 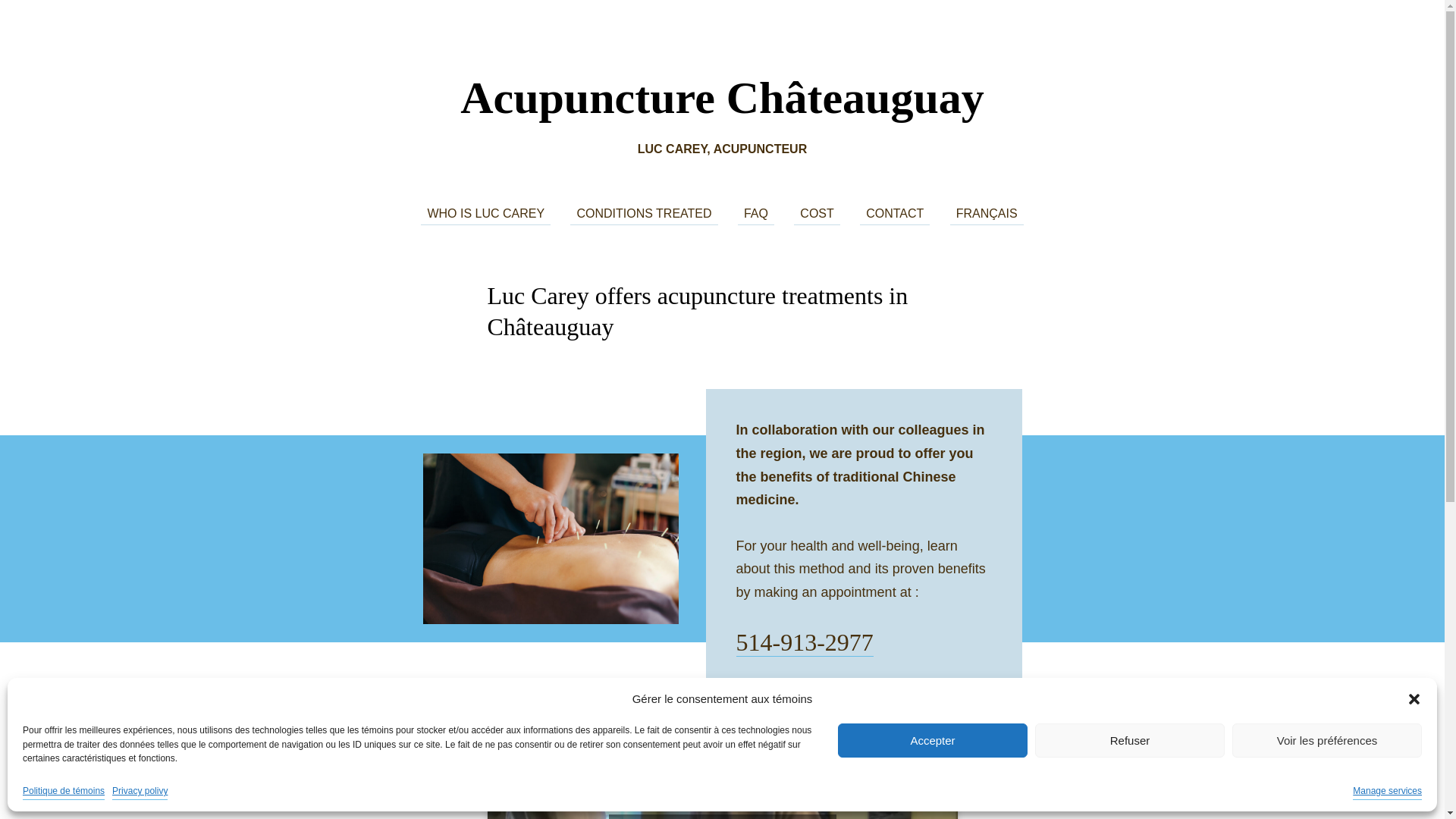 I want to click on 'COST', so click(x=815, y=213).